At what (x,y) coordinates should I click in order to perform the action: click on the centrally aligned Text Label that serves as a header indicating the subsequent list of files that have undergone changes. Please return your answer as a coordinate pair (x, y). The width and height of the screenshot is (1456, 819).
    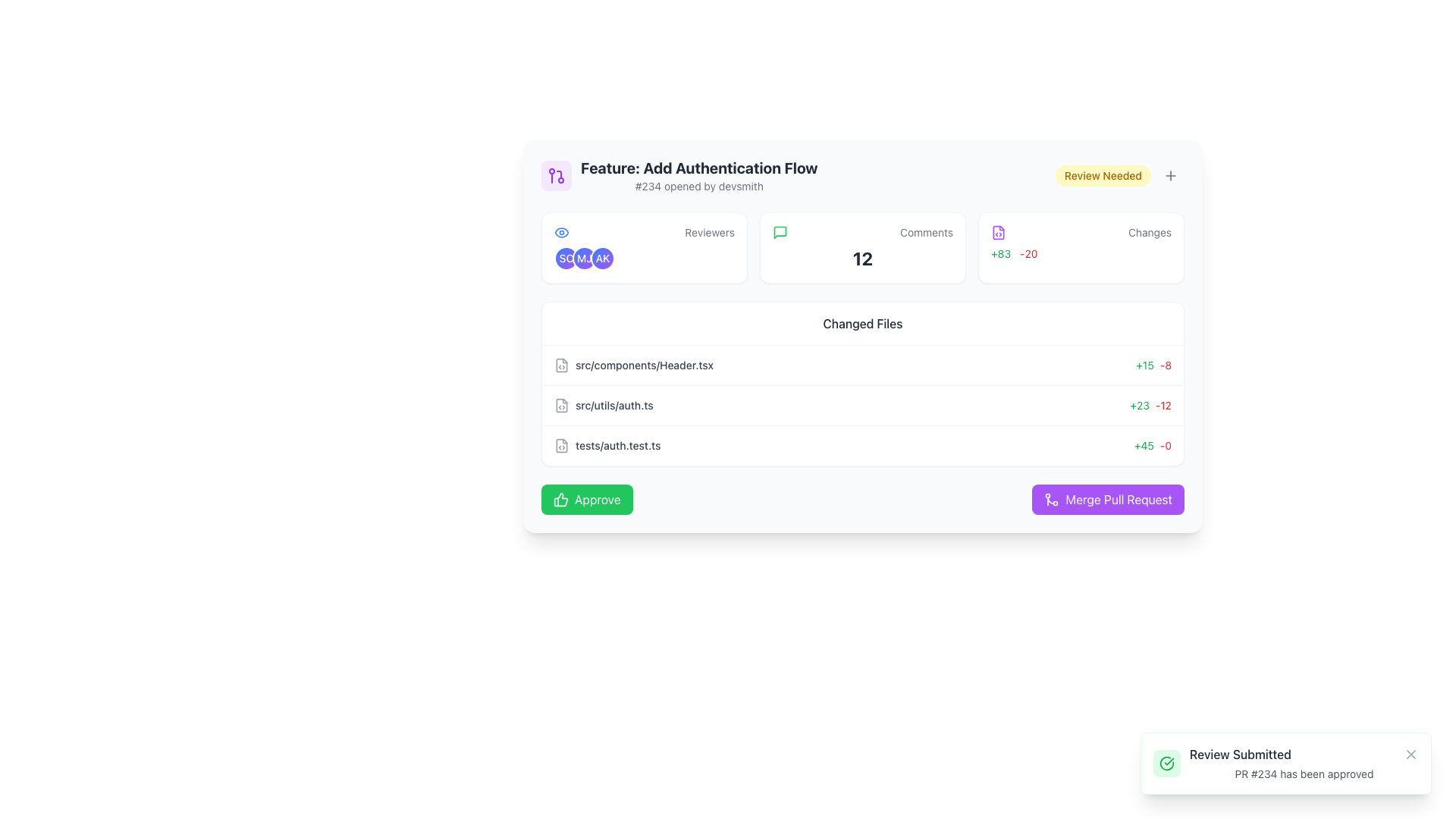
    Looking at the image, I should click on (862, 323).